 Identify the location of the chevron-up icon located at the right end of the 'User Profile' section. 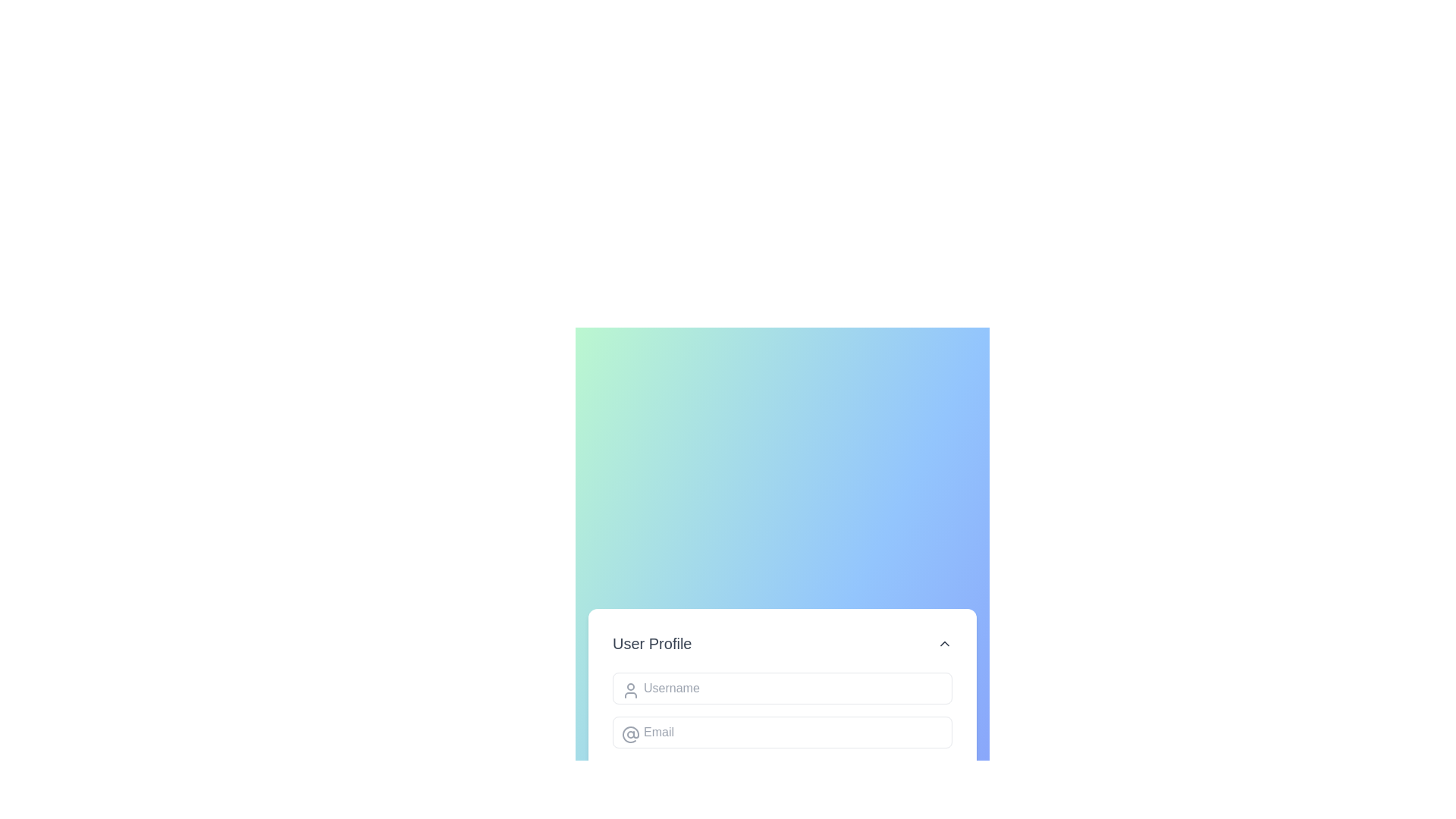
(944, 643).